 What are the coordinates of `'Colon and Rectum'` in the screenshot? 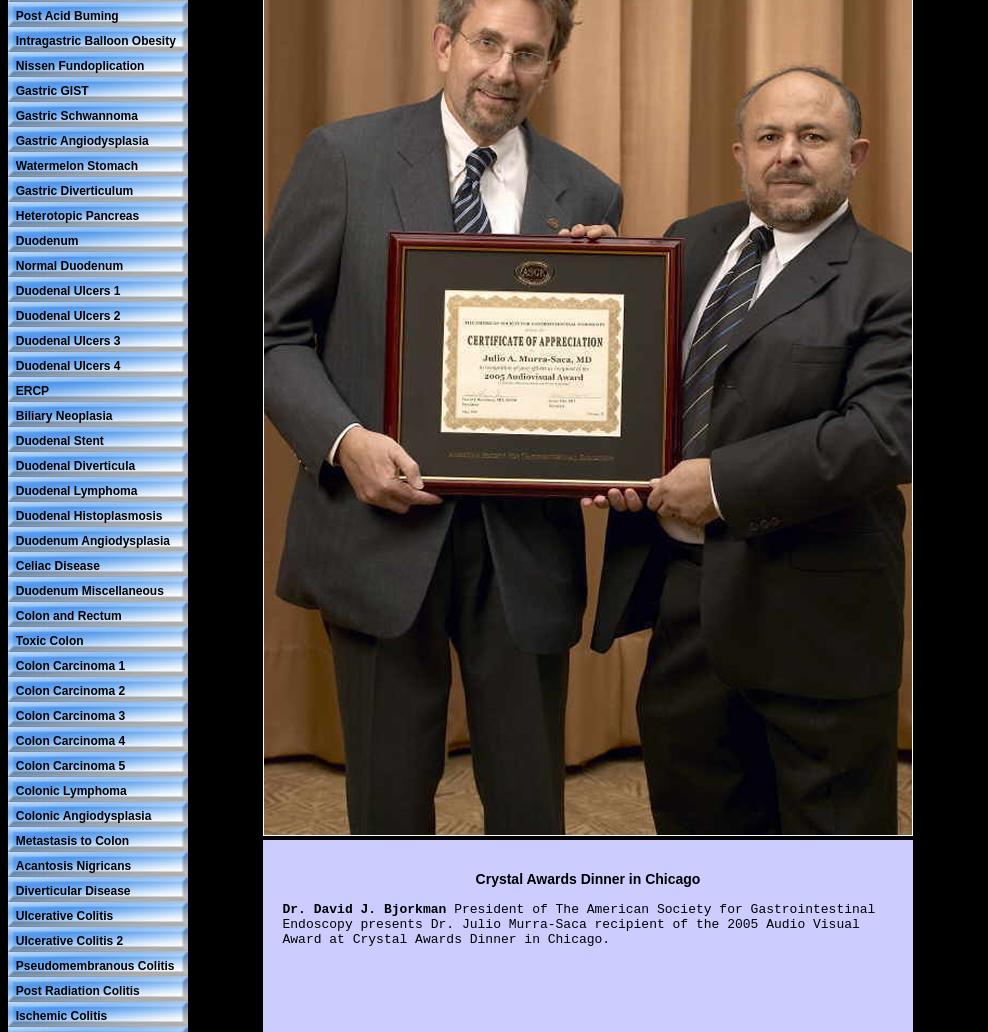 It's located at (14, 614).